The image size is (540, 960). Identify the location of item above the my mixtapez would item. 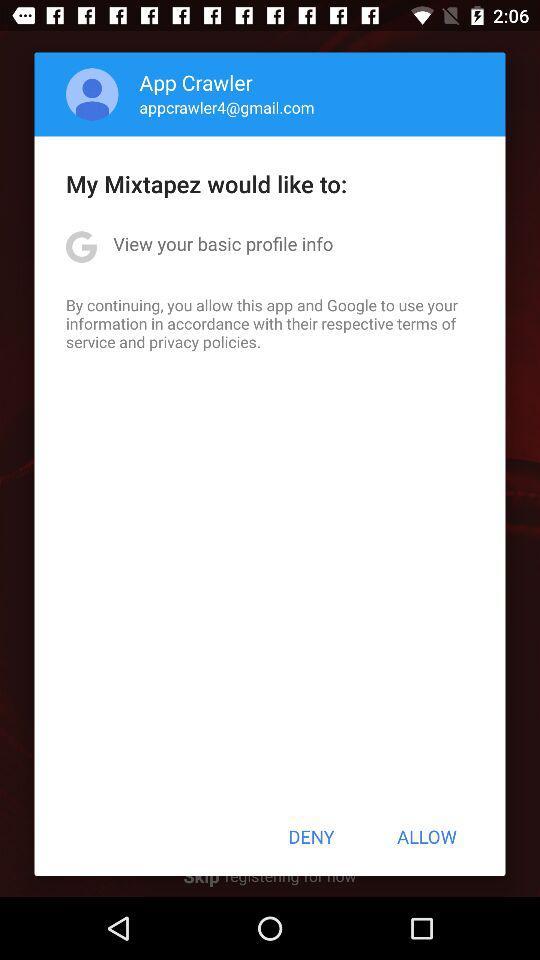
(226, 107).